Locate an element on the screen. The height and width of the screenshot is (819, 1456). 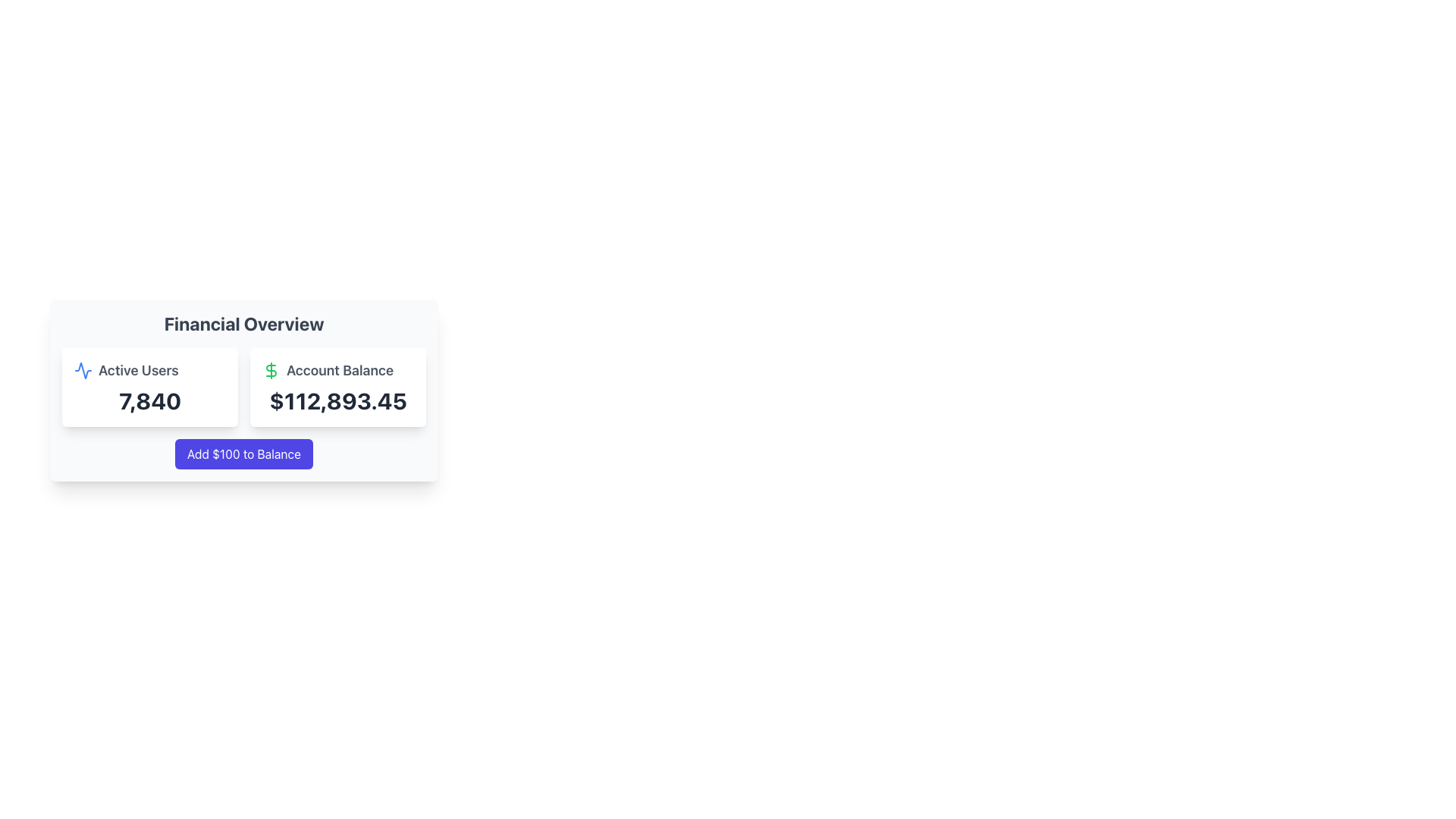
within the Data Display element that shows key metrics for active users and account balance to highlight it is located at coordinates (243, 386).